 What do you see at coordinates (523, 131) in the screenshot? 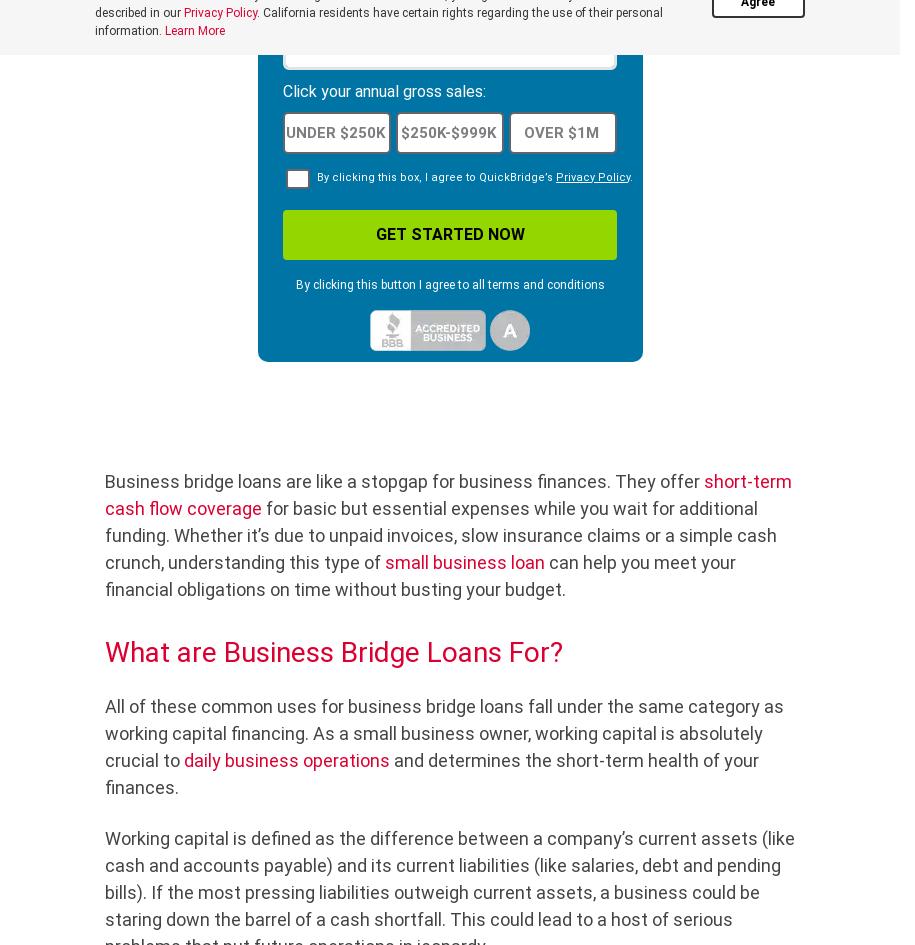
I see `'Over $1m'` at bounding box center [523, 131].